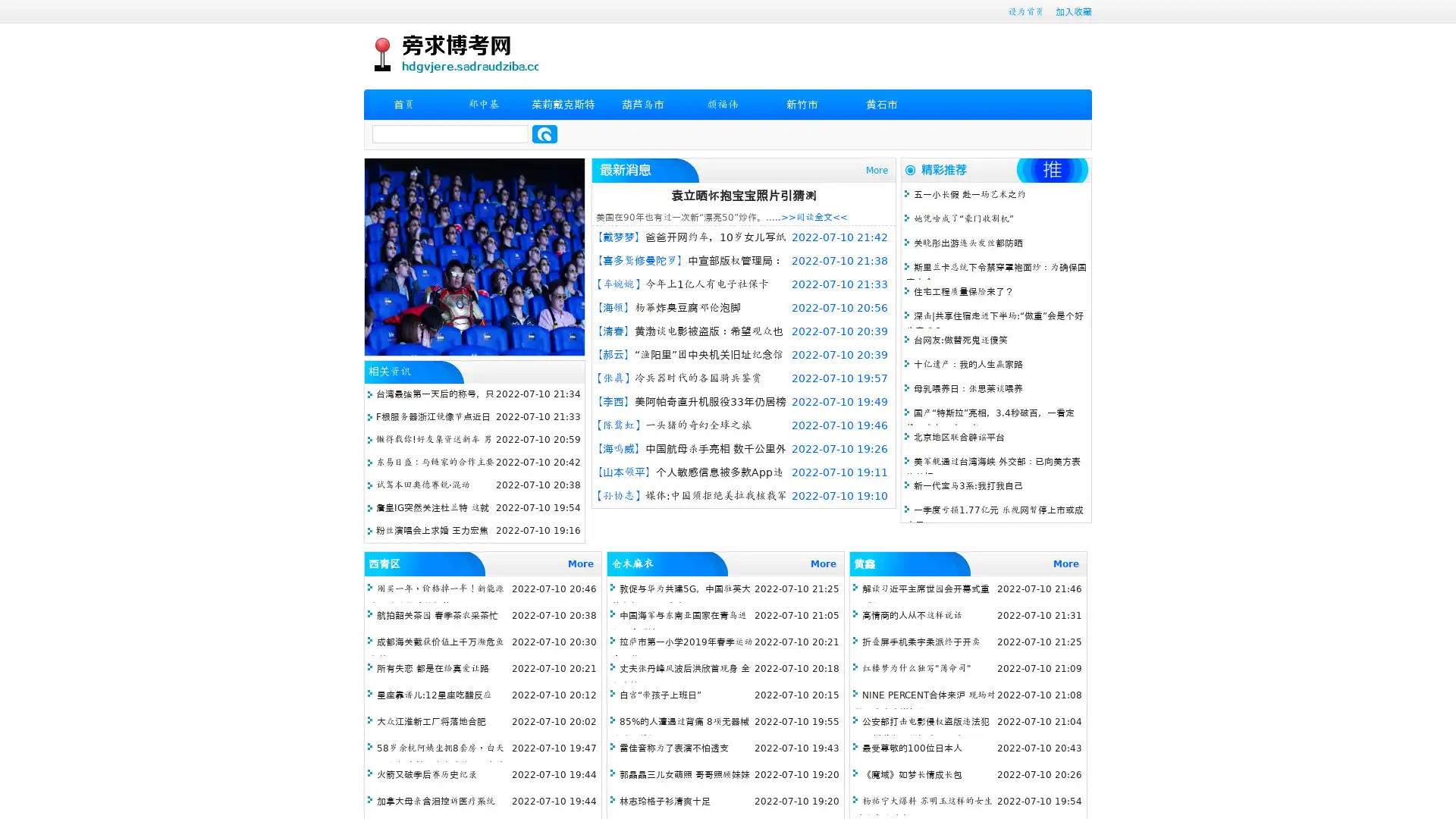 Image resolution: width=1456 pixels, height=819 pixels. I want to click on Search, so click(544, 133).